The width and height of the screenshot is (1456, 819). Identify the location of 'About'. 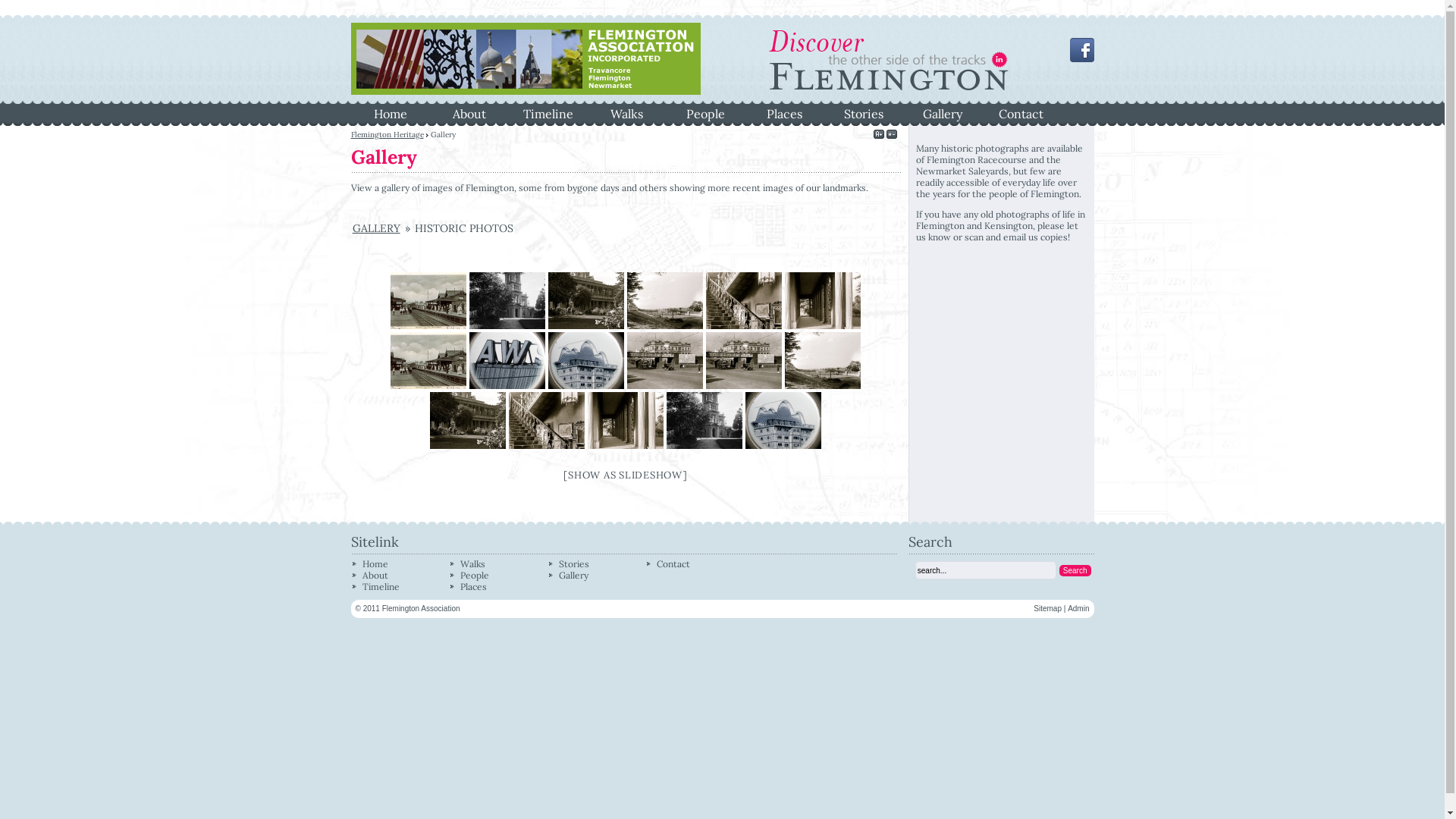
(450, 112).